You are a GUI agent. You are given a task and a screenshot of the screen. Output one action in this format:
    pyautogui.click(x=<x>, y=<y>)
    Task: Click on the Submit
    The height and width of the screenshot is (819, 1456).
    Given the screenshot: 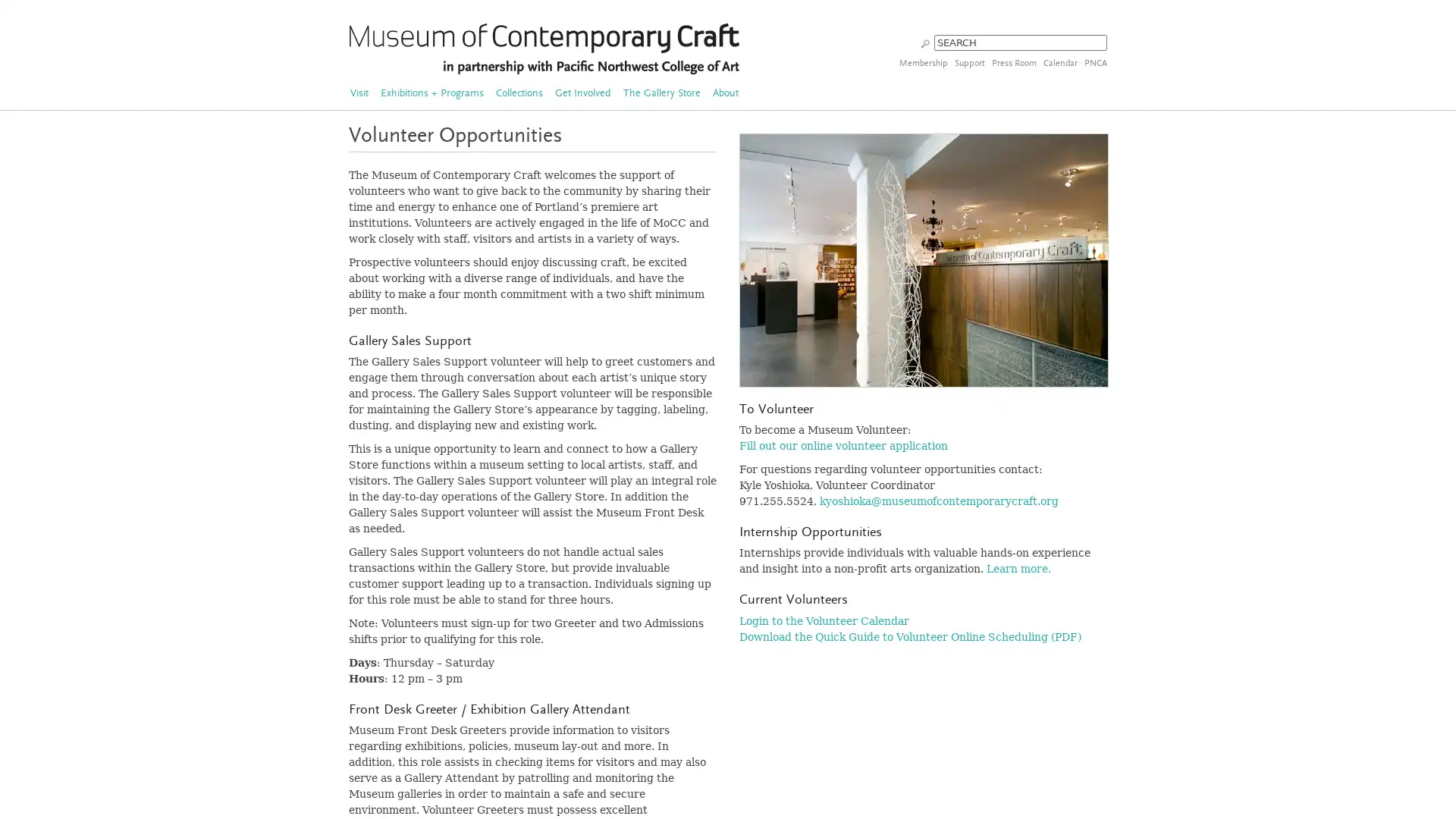 What is the action you would take?
    pyautogui.click(x=924, y=42)
    